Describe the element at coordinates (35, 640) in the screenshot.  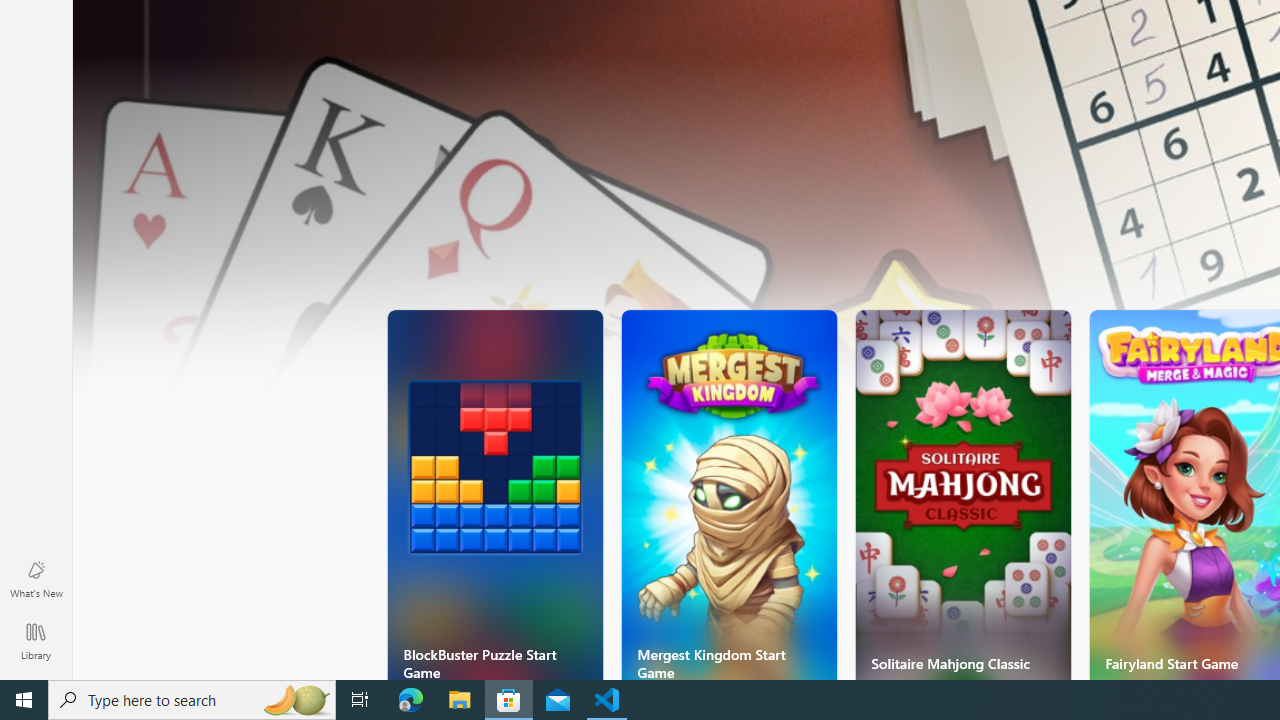
I see `'Library'` at that location.